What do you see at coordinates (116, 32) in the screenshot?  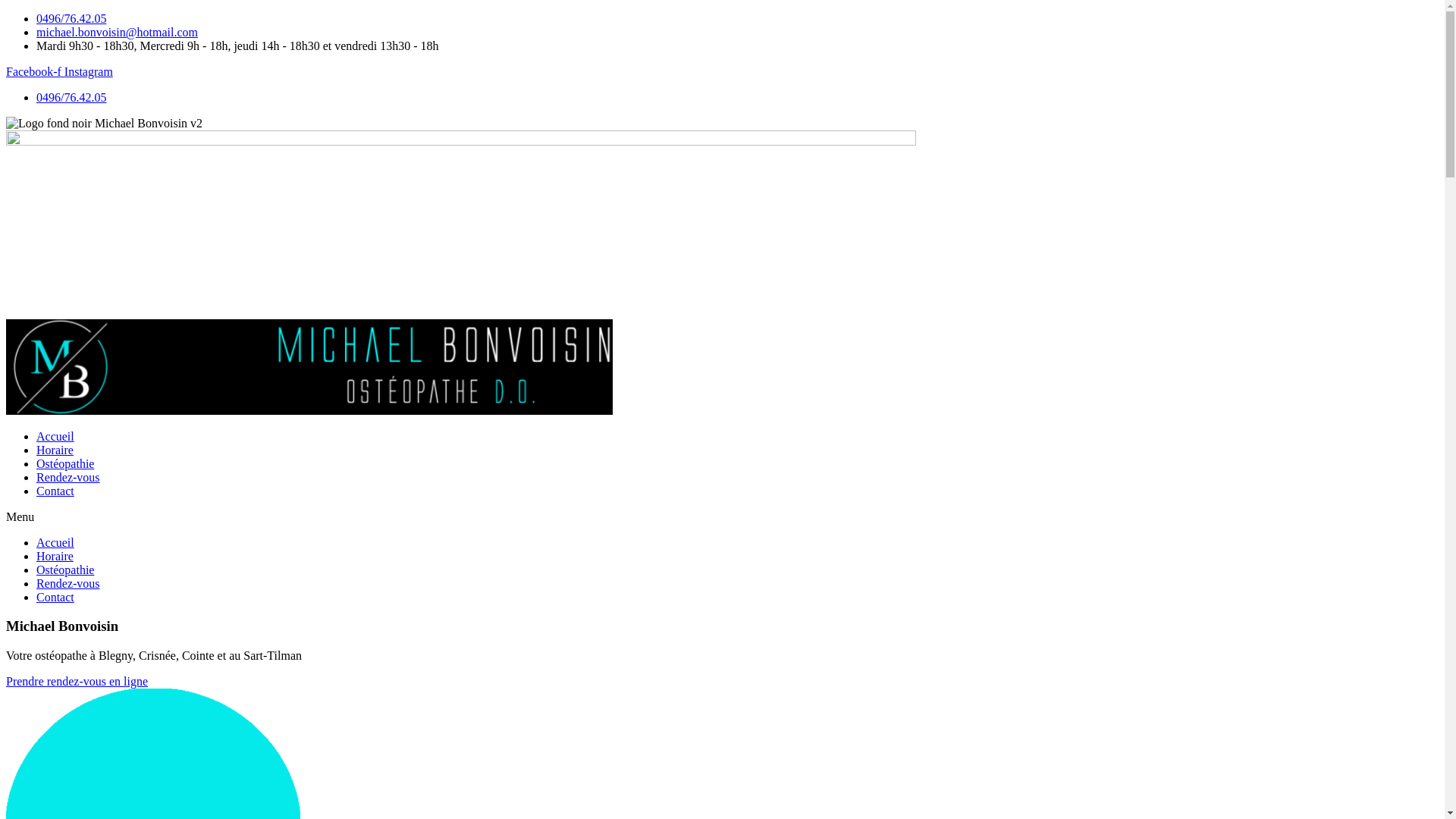 I see `'michael.bonvoisin@hotmail.com'` at bounding box center [116, 32].